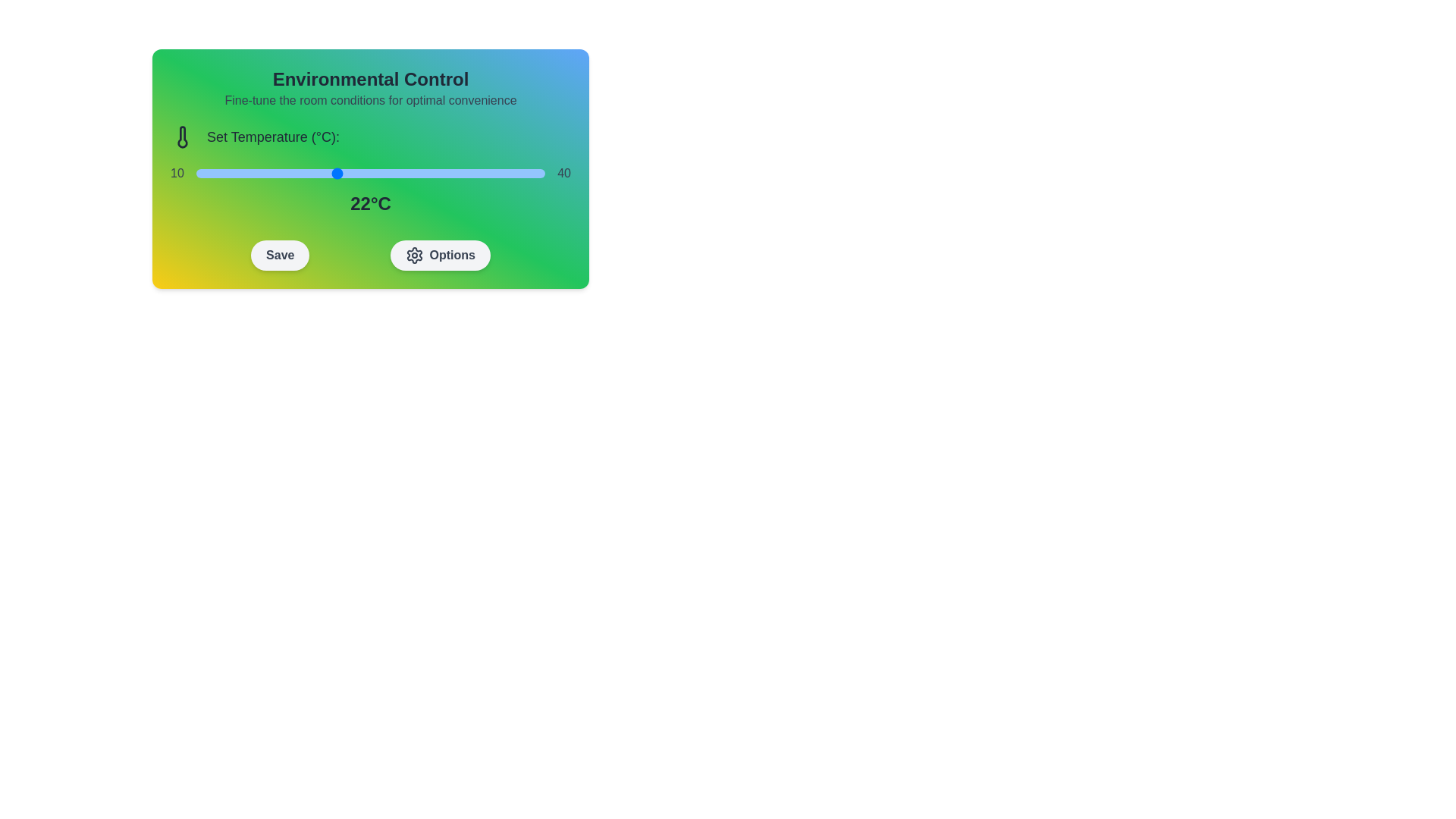 This screenshot has height=819, width=1456. Describe the element at coordinates (289, 172) in the screenshot. I see `the temperature` at that location.